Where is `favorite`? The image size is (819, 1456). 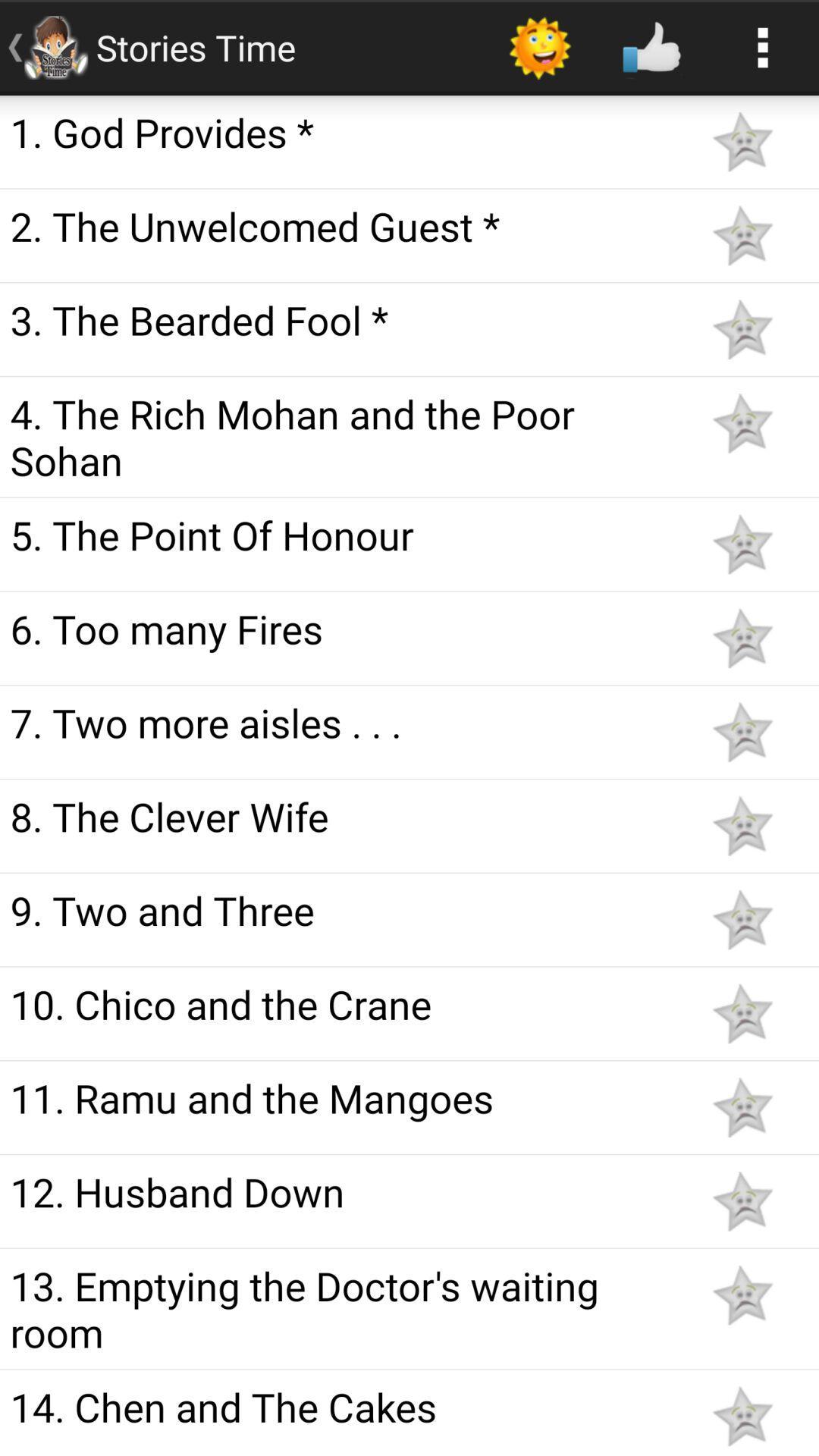
favorite is located at coordinates (742, 825).